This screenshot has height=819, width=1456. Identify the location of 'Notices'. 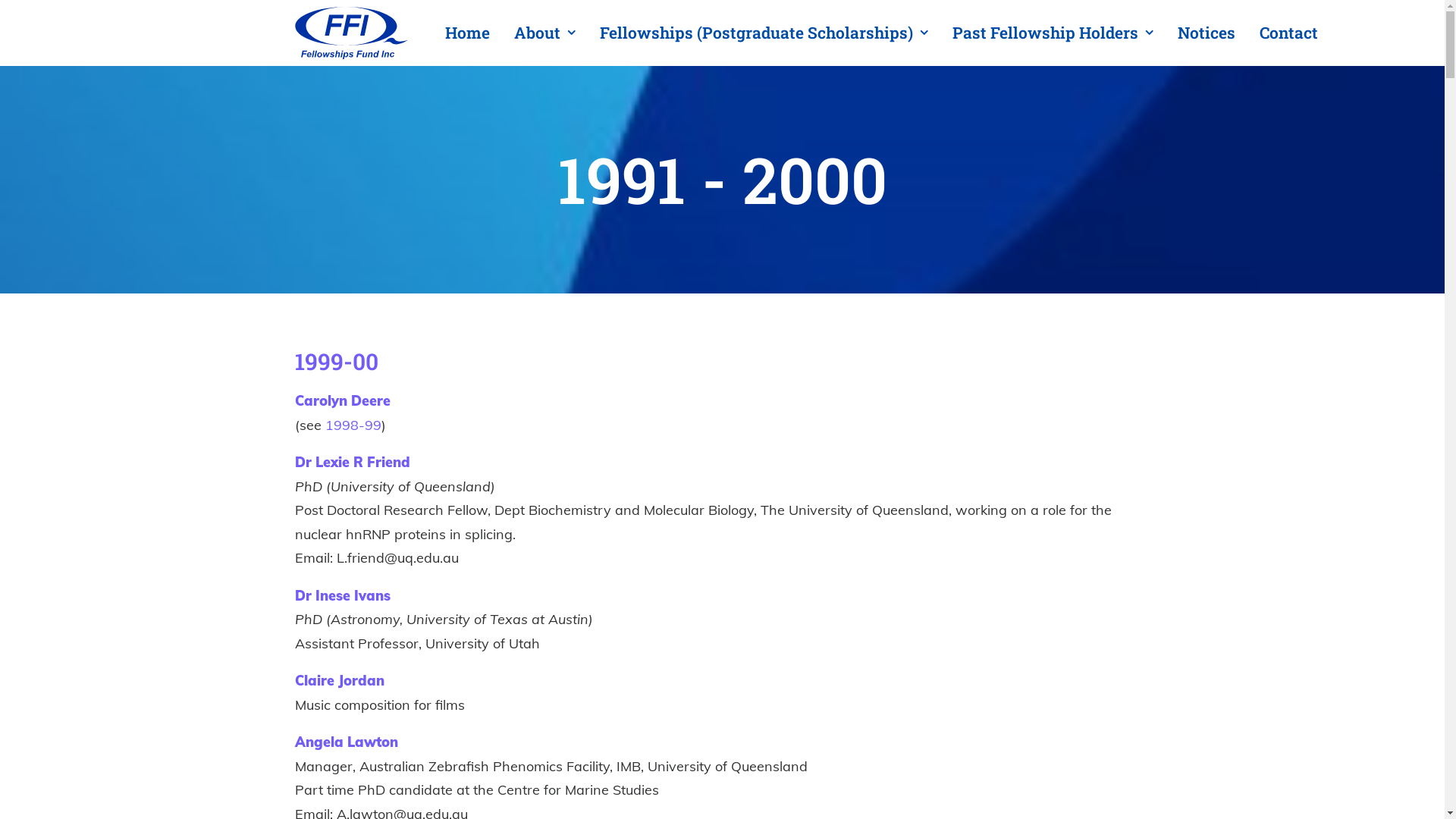
(1204, 33).